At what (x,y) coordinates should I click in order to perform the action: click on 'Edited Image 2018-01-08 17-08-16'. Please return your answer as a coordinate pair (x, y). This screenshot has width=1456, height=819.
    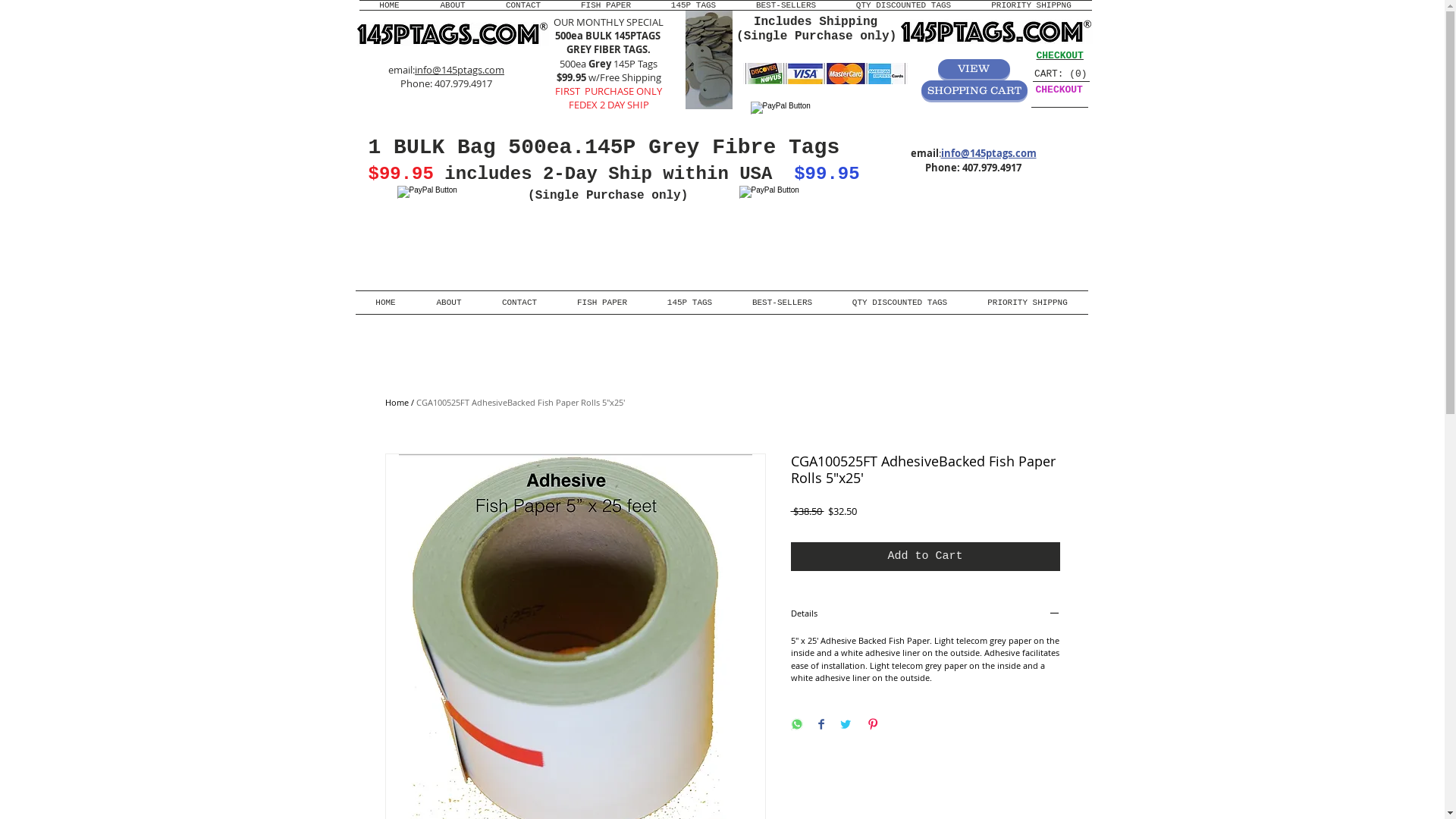
    Looking at the image, I should click on (708, 58).